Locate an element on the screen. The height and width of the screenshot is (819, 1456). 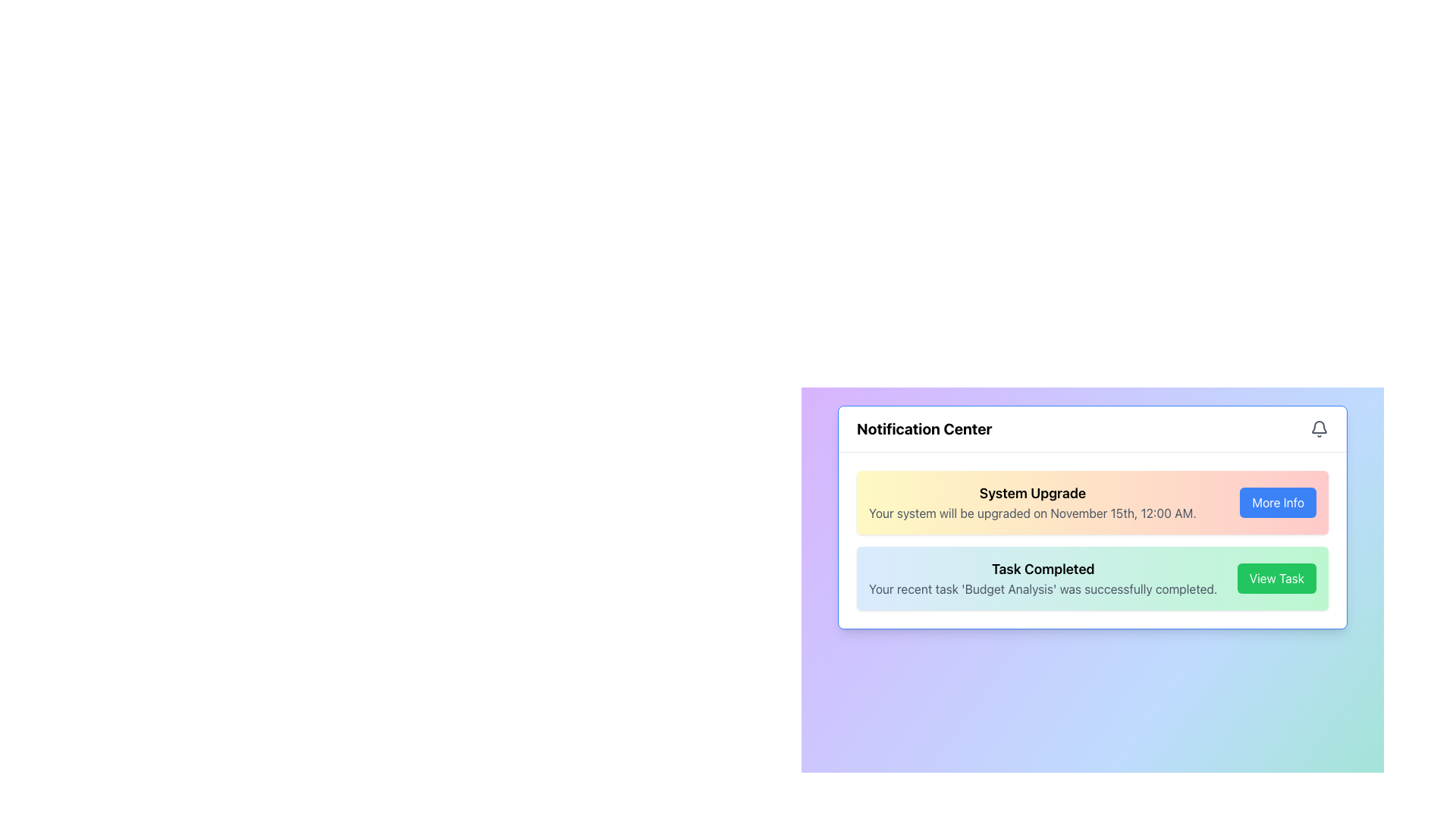
the 'Task Completed' text label located at the top-center of the green notification card is located at coordinates (1042, 570).